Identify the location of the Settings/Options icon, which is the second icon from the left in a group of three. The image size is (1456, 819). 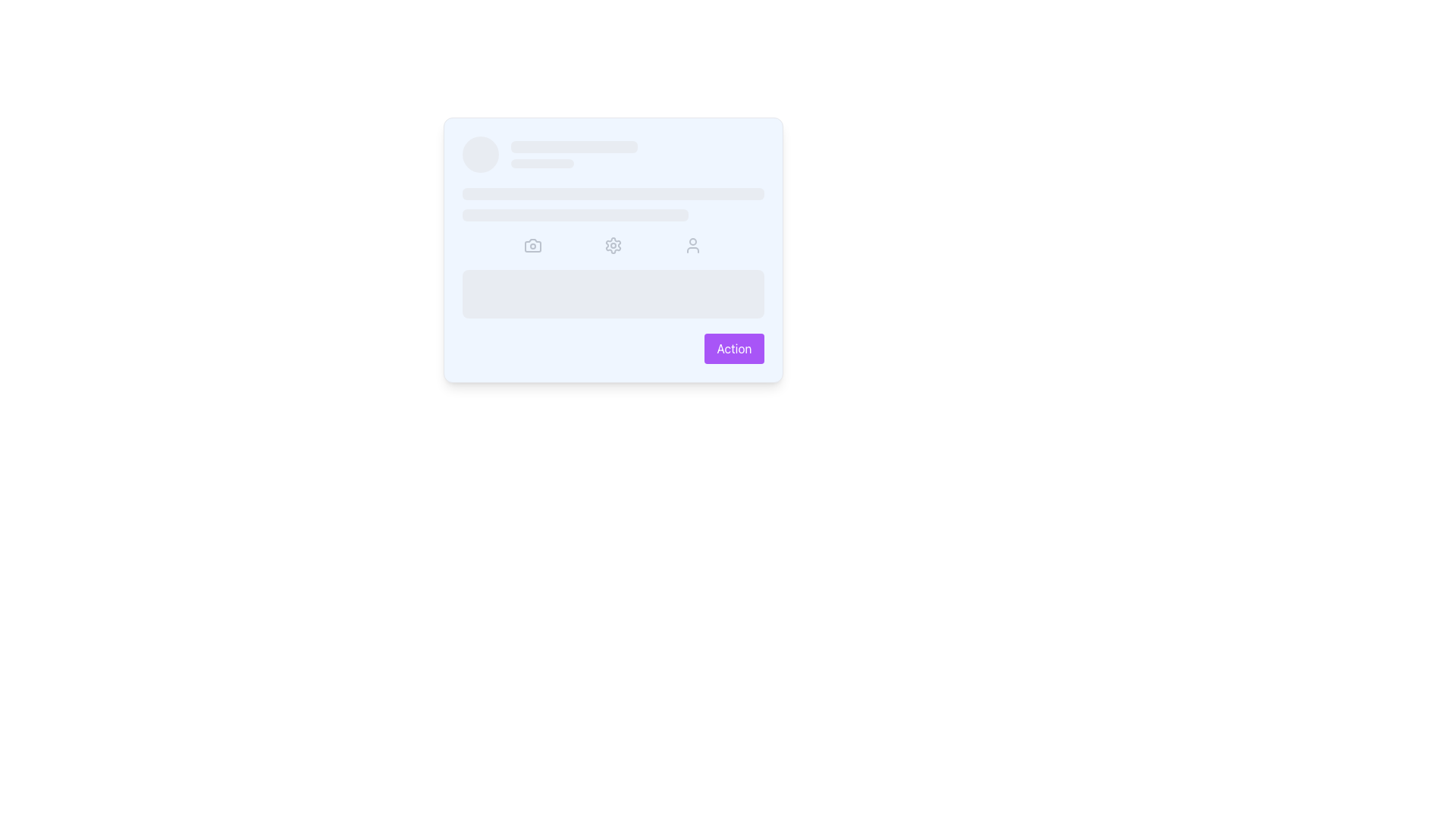
(613, 245).